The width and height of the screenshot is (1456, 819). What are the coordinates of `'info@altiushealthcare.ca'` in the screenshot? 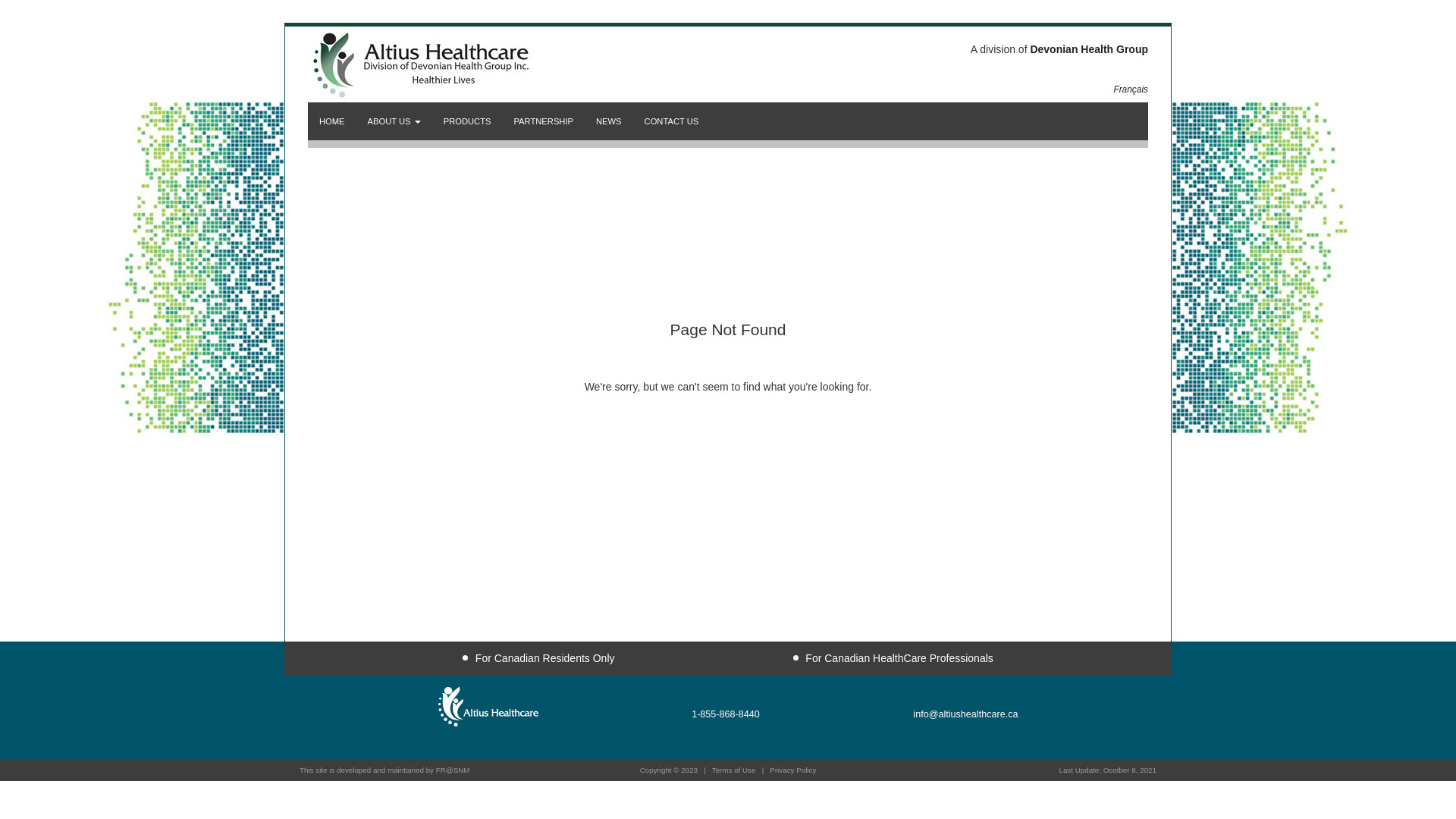 It's located at (964, 714).